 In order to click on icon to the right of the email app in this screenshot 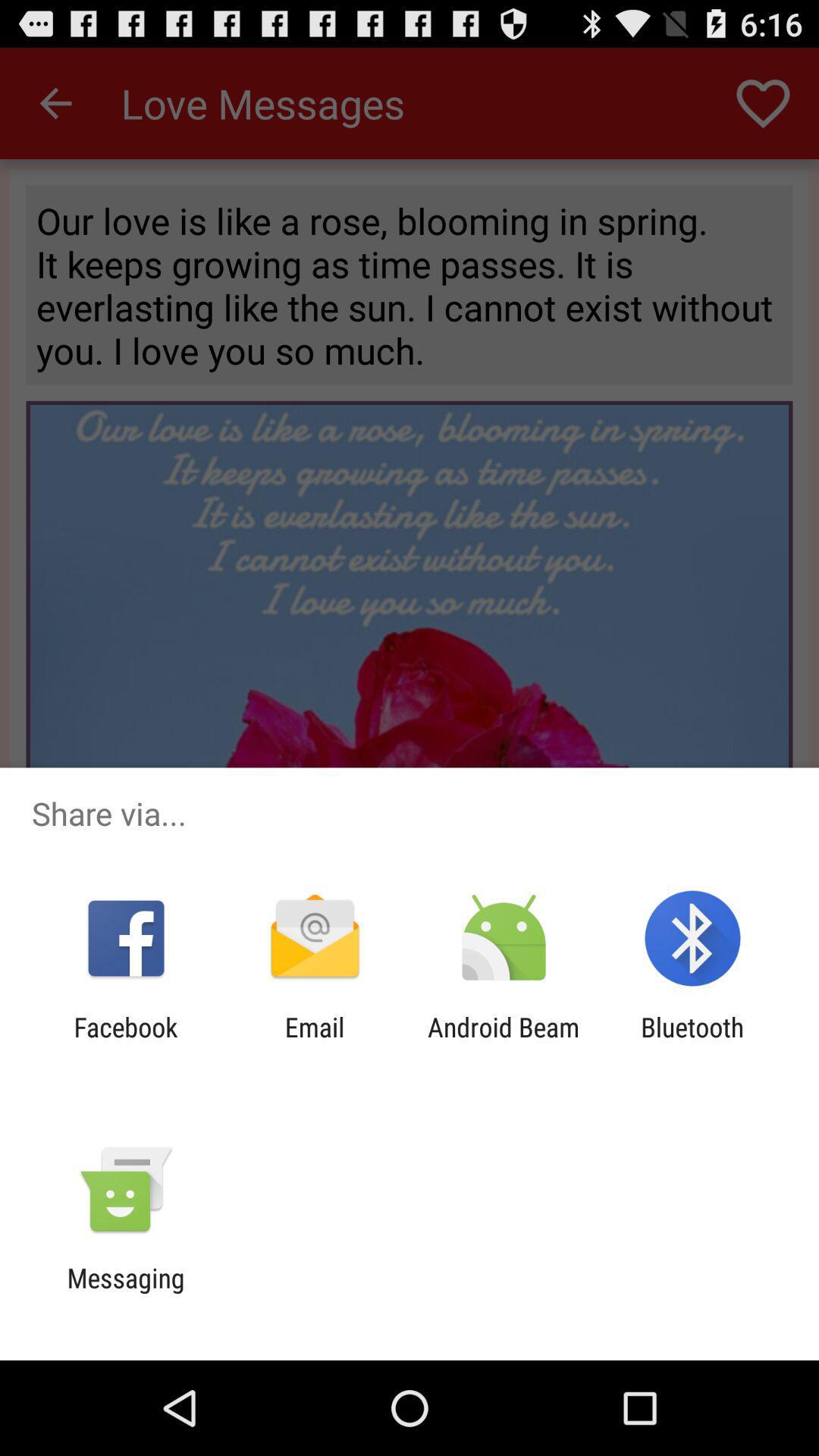, I will do `click(504, 1042)`.